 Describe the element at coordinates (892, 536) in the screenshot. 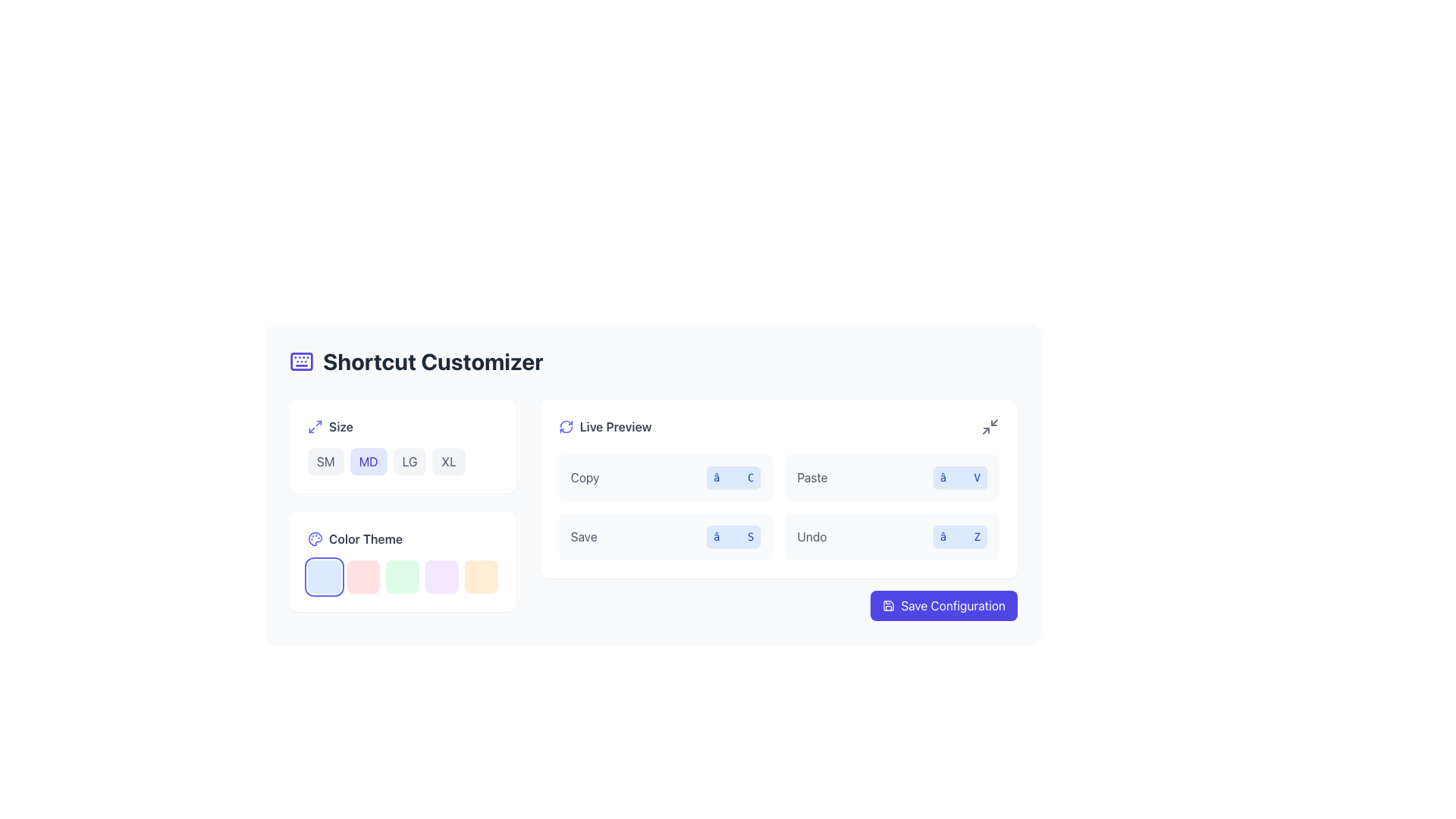

I see `the button-like element displaying '⌘ Z' located in the bottom-right grid of the interface, specifically within the 'Live Preview' section` at that location.